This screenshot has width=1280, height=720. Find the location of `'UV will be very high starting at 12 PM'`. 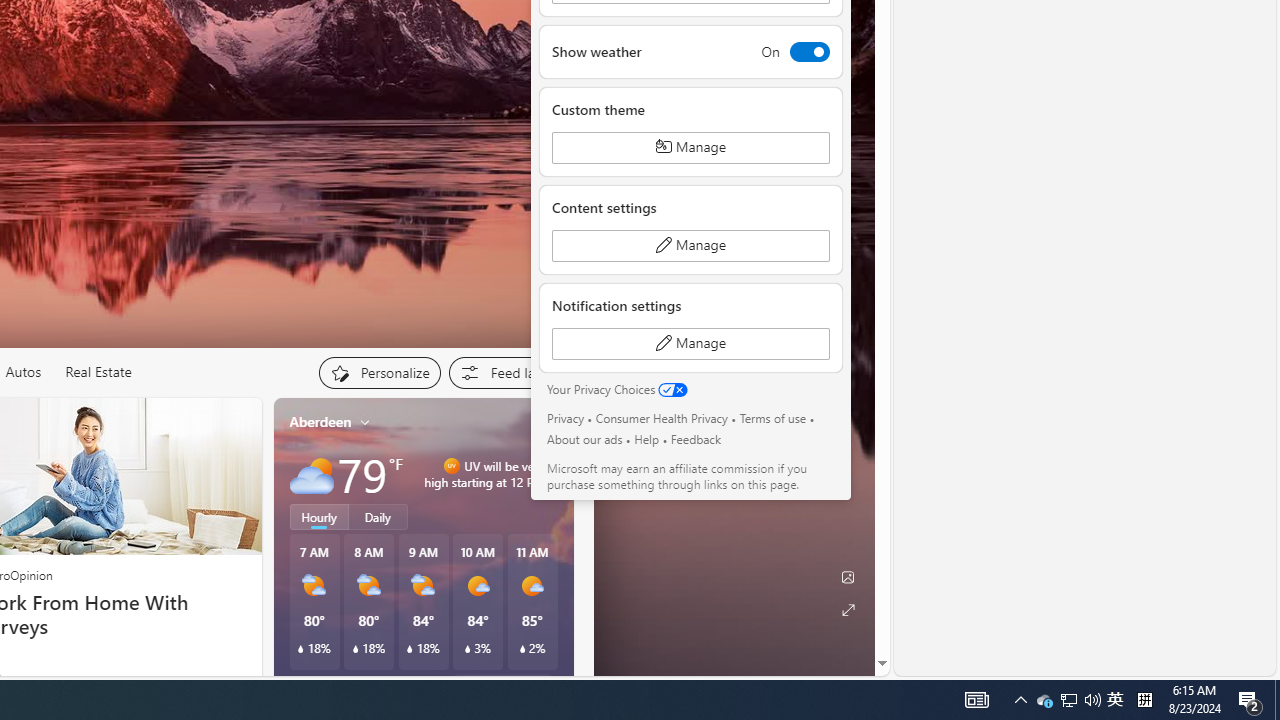

'UV will be very high starting at 12 PM' is located at coordinates (551, 474).